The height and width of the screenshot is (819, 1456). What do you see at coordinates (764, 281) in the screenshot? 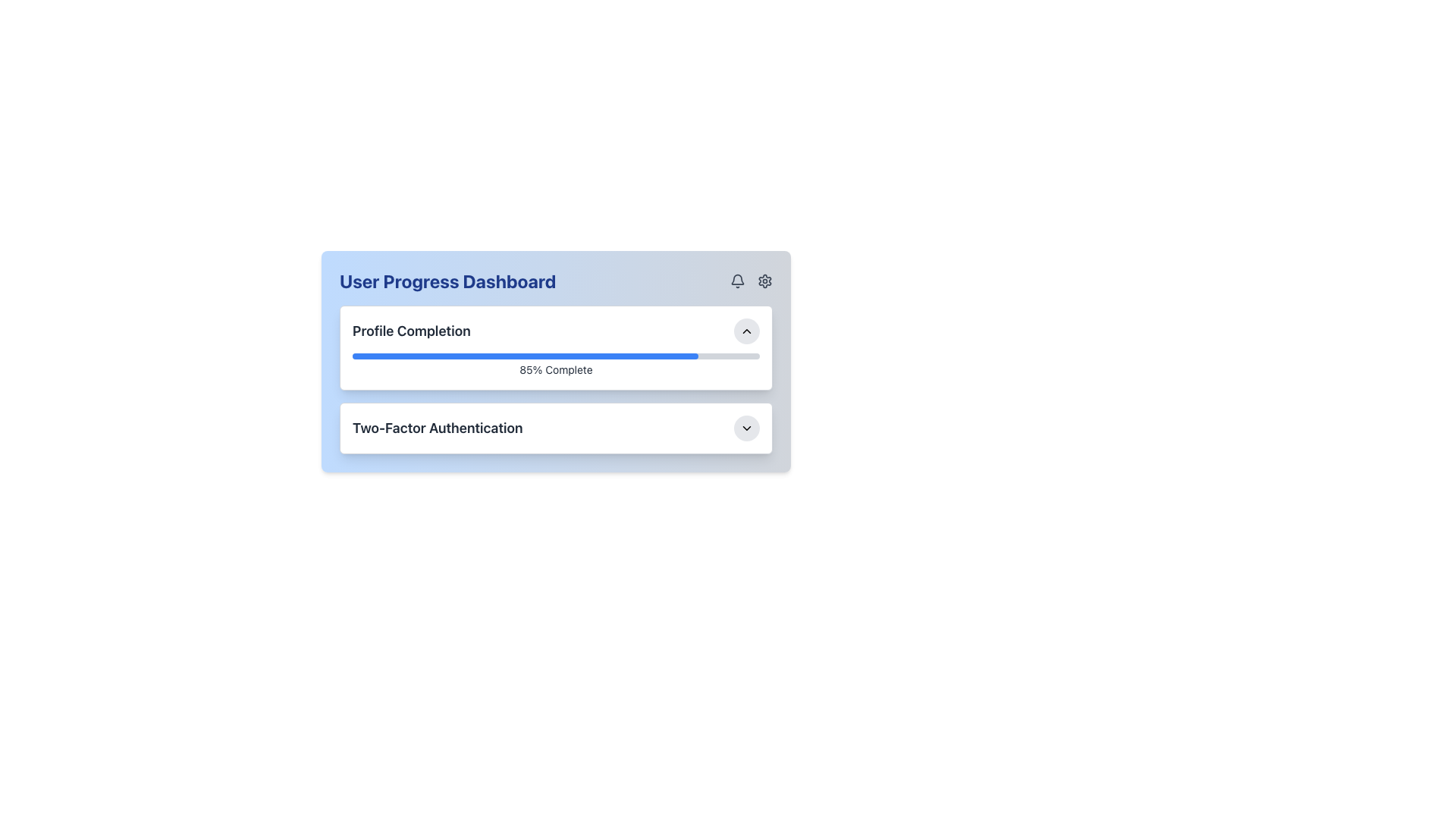
I see `the cog icon in the top-right corner of the dashboard interface` at bounding box center [764, 281].